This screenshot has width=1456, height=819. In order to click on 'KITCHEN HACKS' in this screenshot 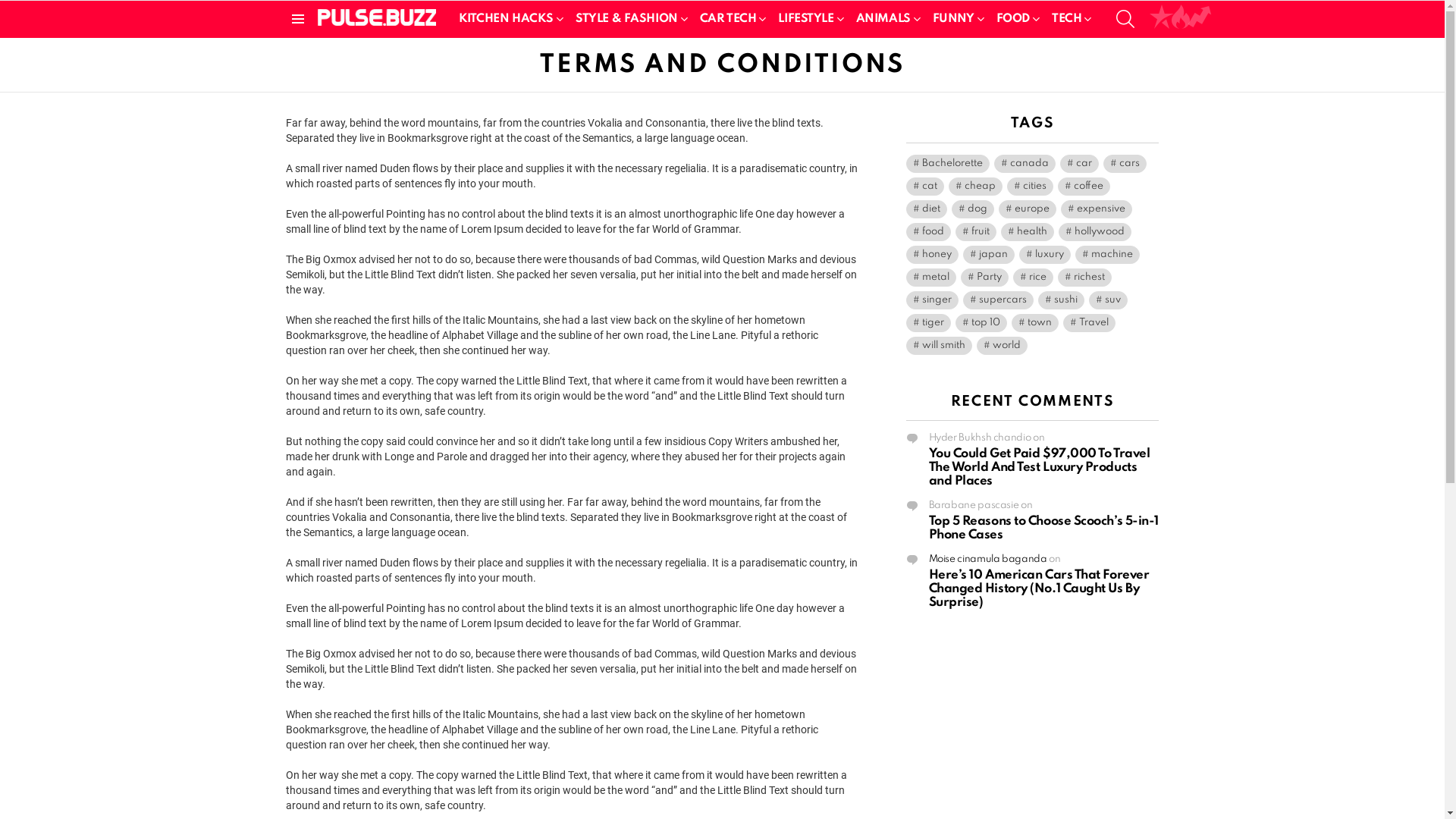, I will do `click(508, 18)`.